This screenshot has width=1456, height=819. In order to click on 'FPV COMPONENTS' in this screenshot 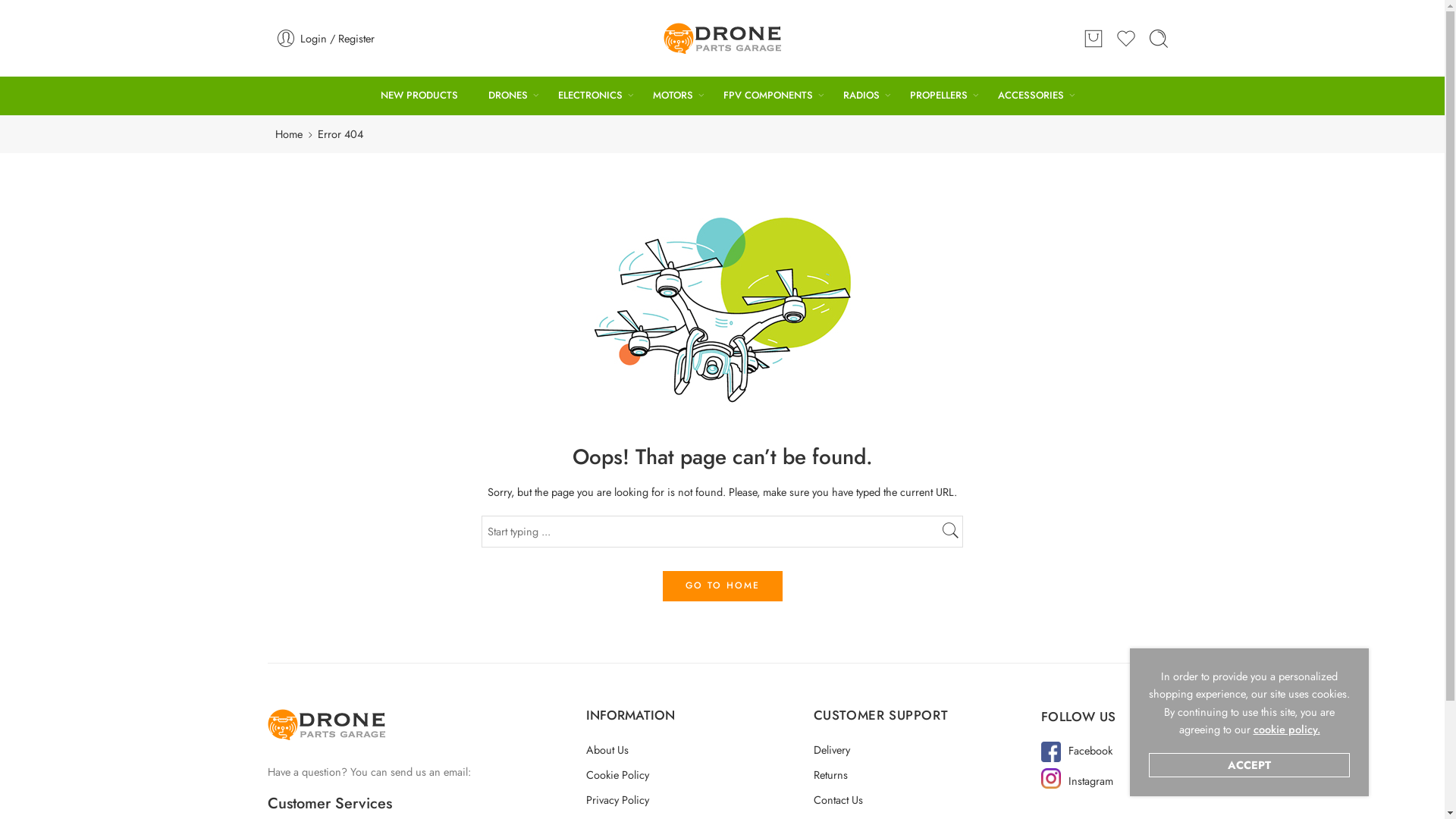, I will do `click(767, 96)`.